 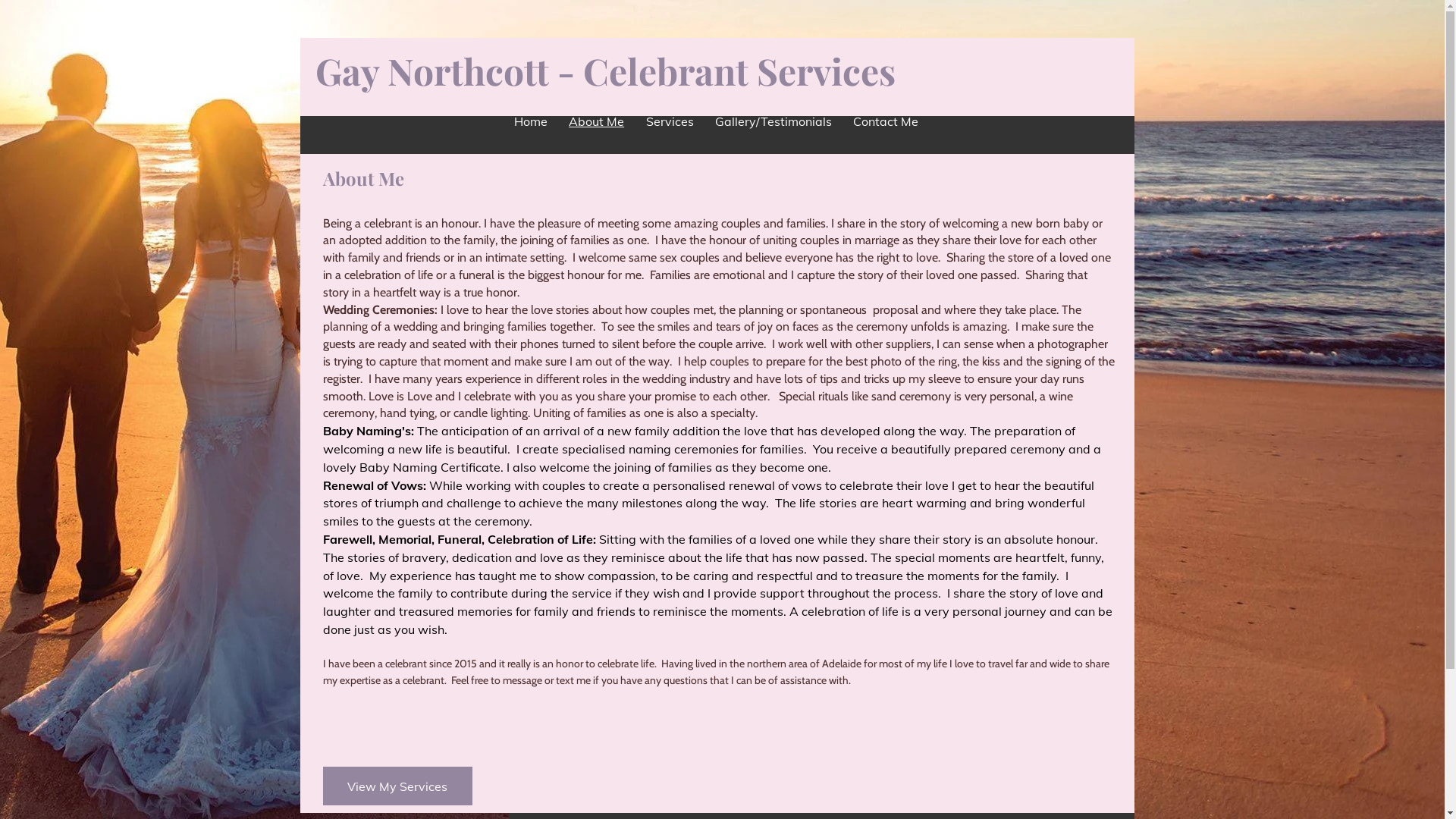 What do you see at coordinates (531, 120) in the screenshot?
I see `'Home'` at bounding box center [531, 120].